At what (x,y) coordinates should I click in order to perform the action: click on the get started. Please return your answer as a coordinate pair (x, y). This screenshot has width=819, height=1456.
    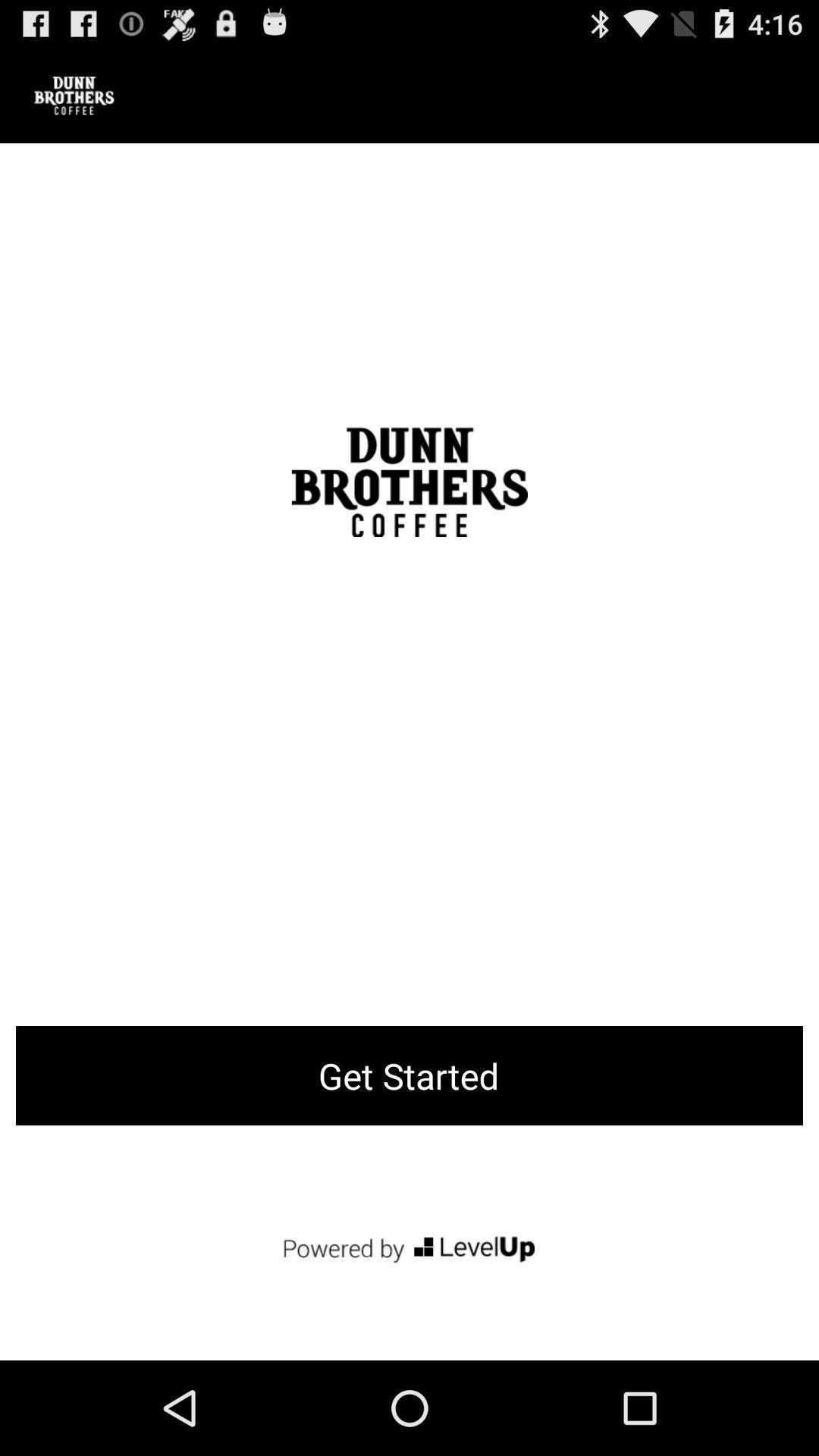
    Looking at the image, I should click on (409, 1075).